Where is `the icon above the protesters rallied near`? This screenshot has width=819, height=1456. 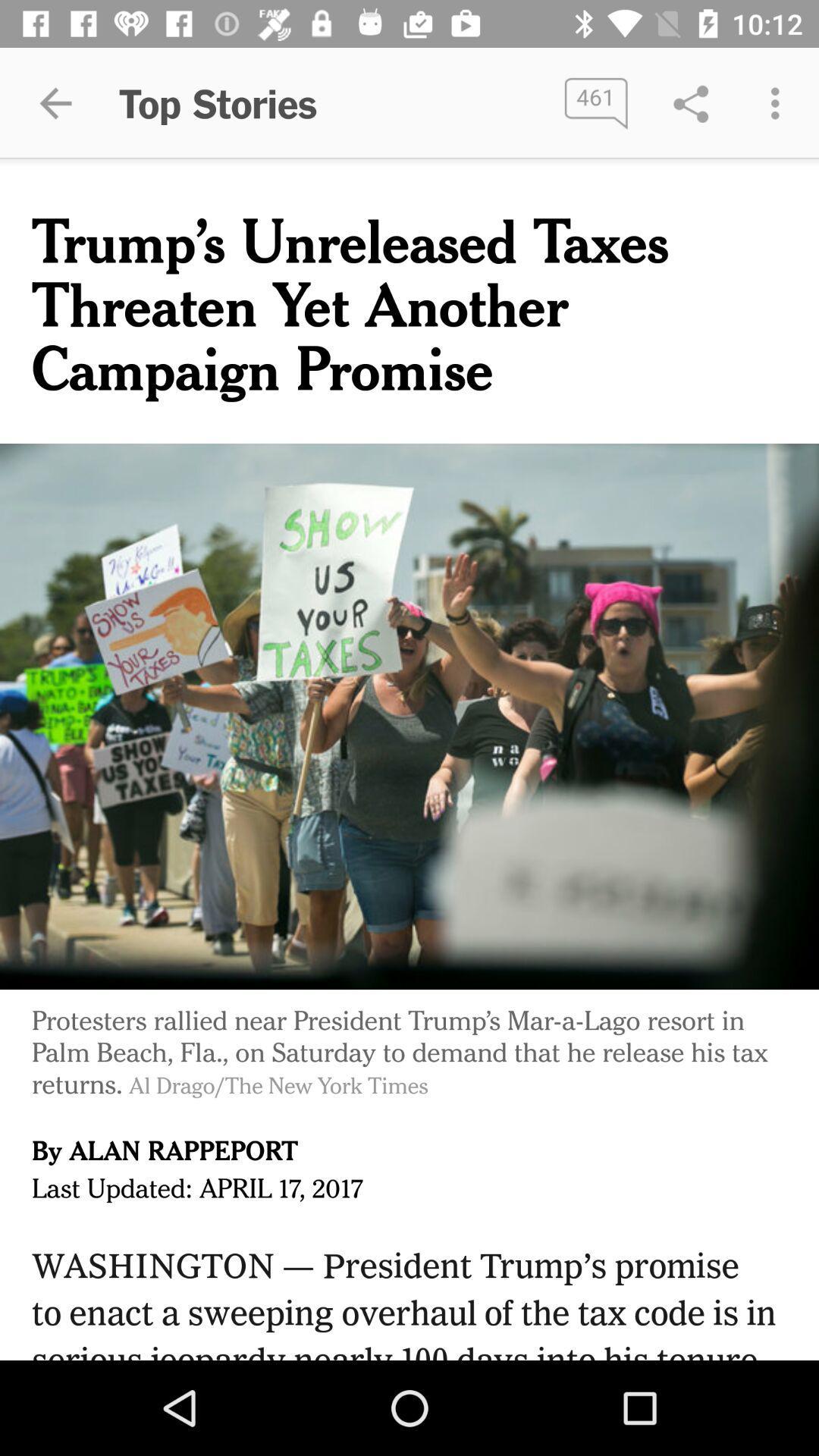 the icon above the protesters rallied near is located at coordinates (409, 716).